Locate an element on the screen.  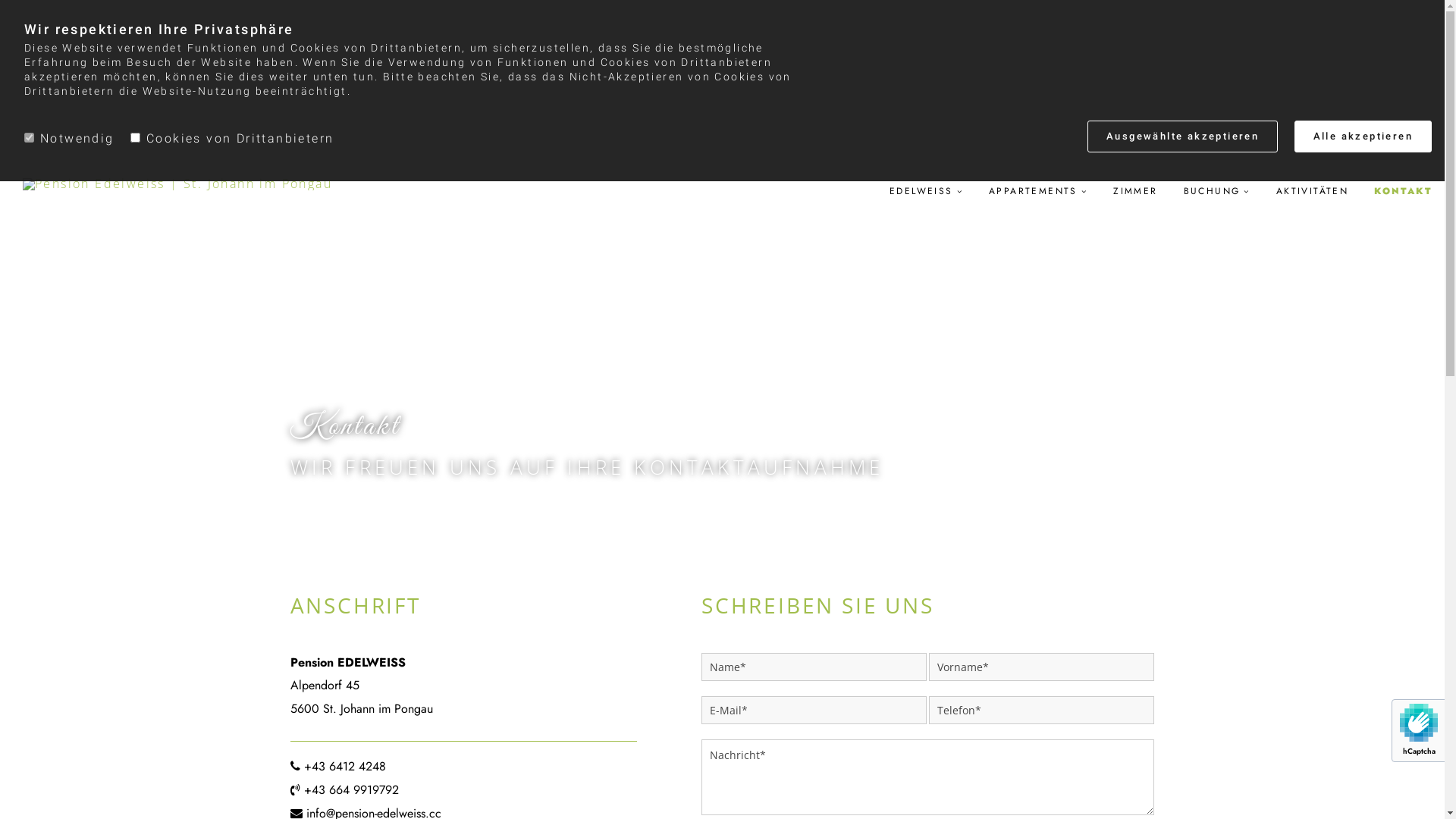
'APPARTEMENTS' is located at coordinates (1037, 190).